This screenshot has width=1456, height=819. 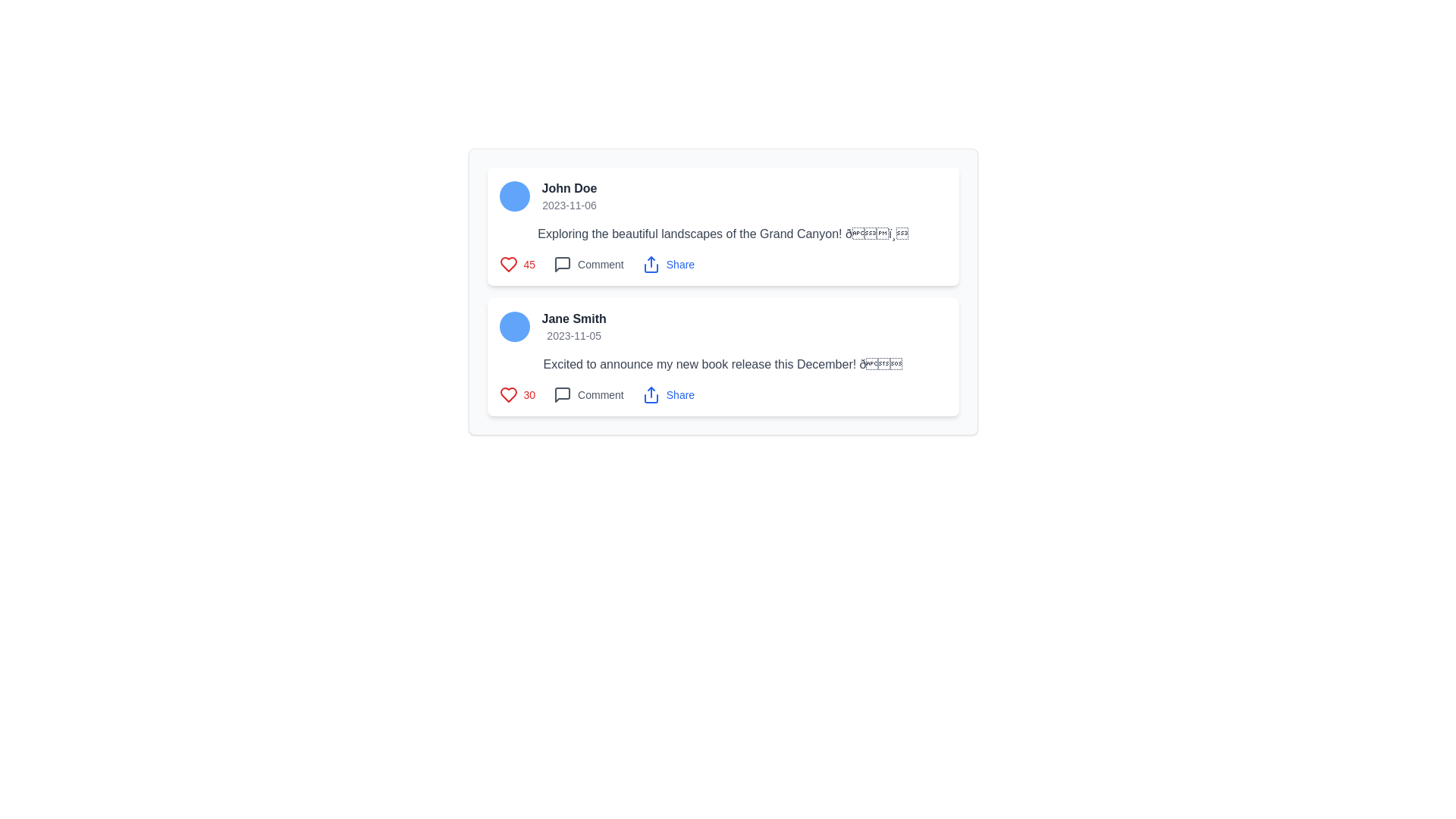 What do you see at coordinates (573, 326) in the screenshot?
I see `the text display element containing 'Jane Smith' and '2023-11-05'` at bounding box center [573, 326].